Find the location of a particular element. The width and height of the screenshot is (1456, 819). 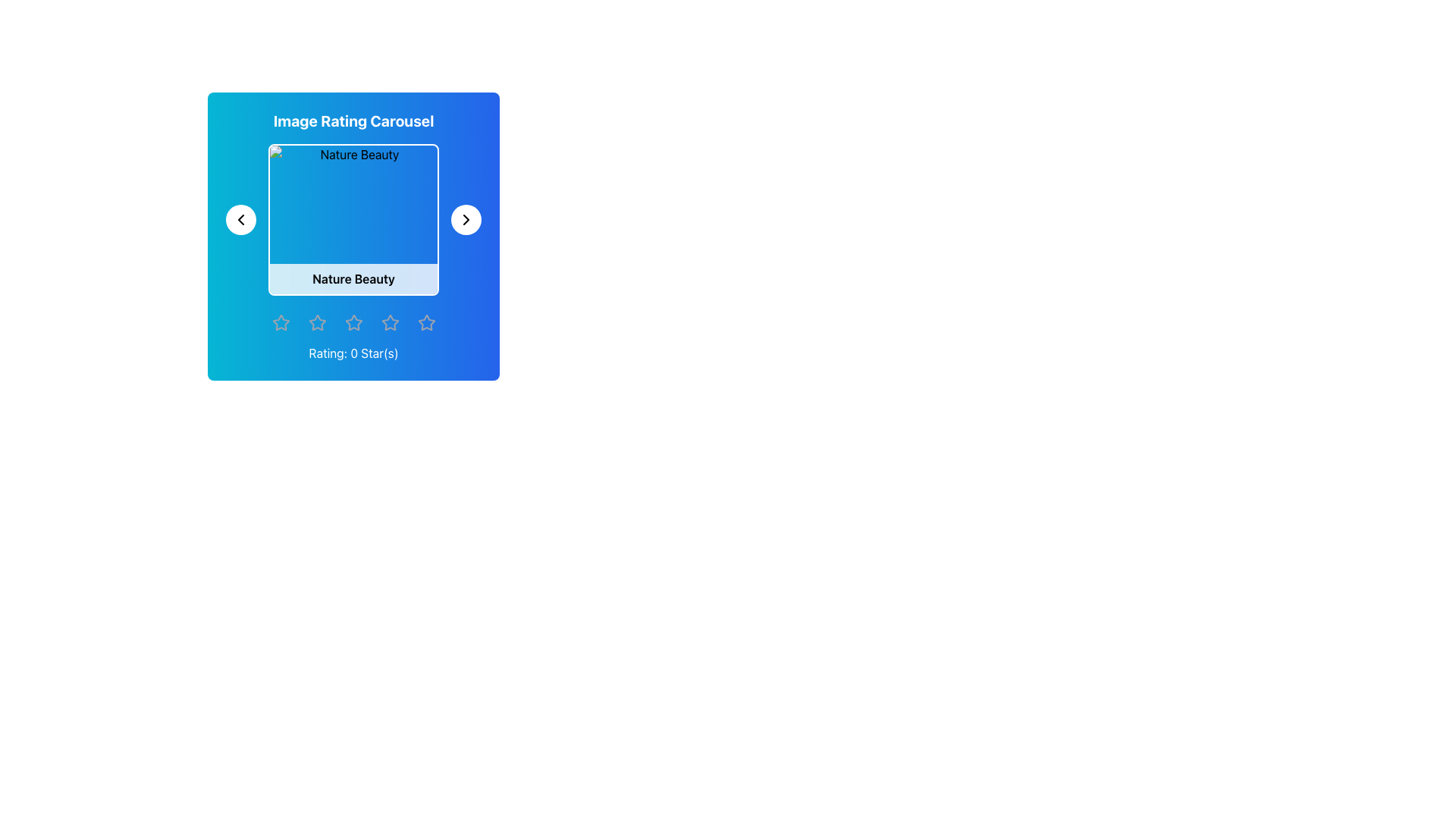

the fifth star-shaped icon in the star rating element is located at coordinates (425, 322).